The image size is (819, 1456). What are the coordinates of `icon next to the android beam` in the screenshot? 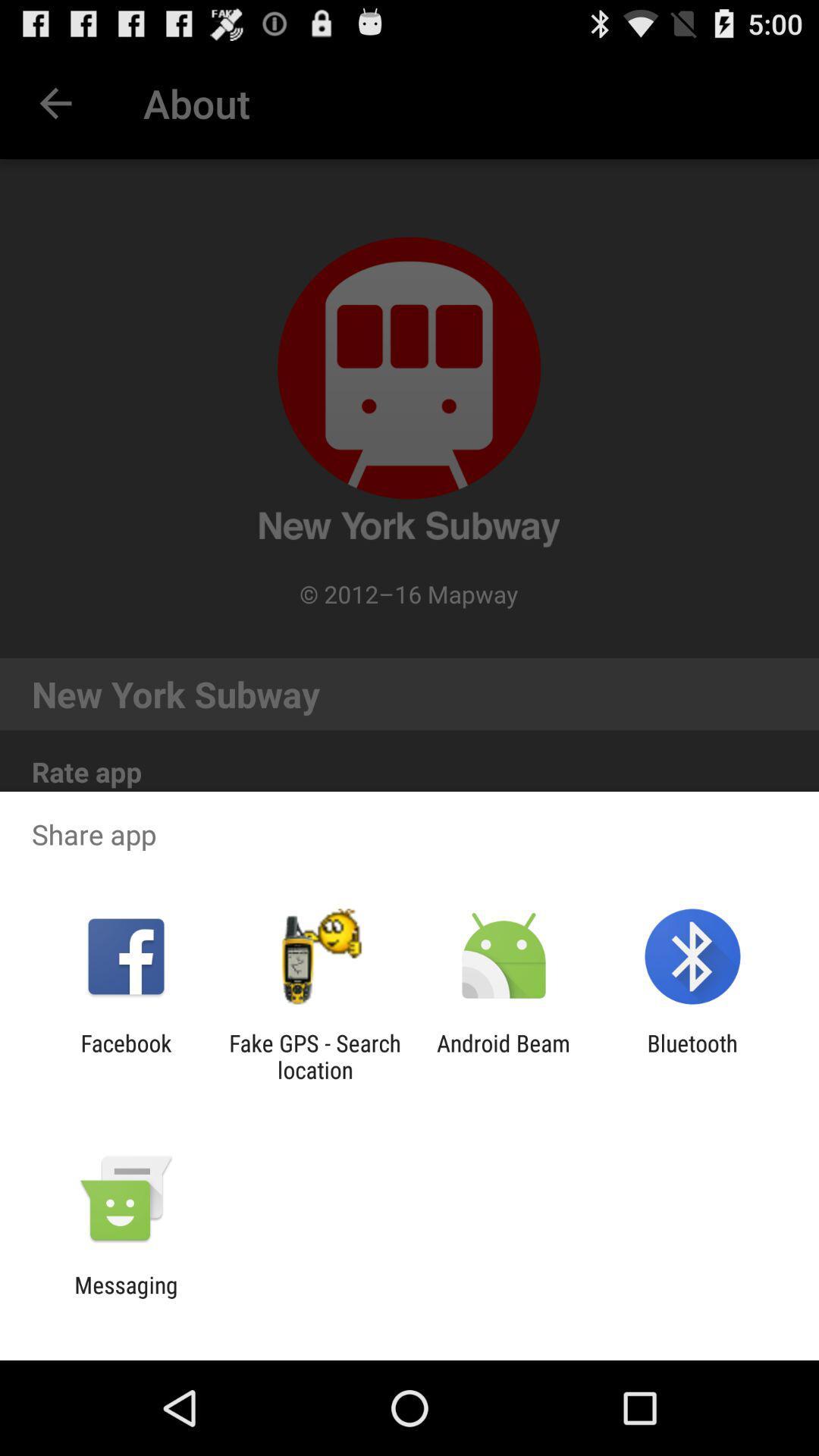 It's located at (314, 1056).